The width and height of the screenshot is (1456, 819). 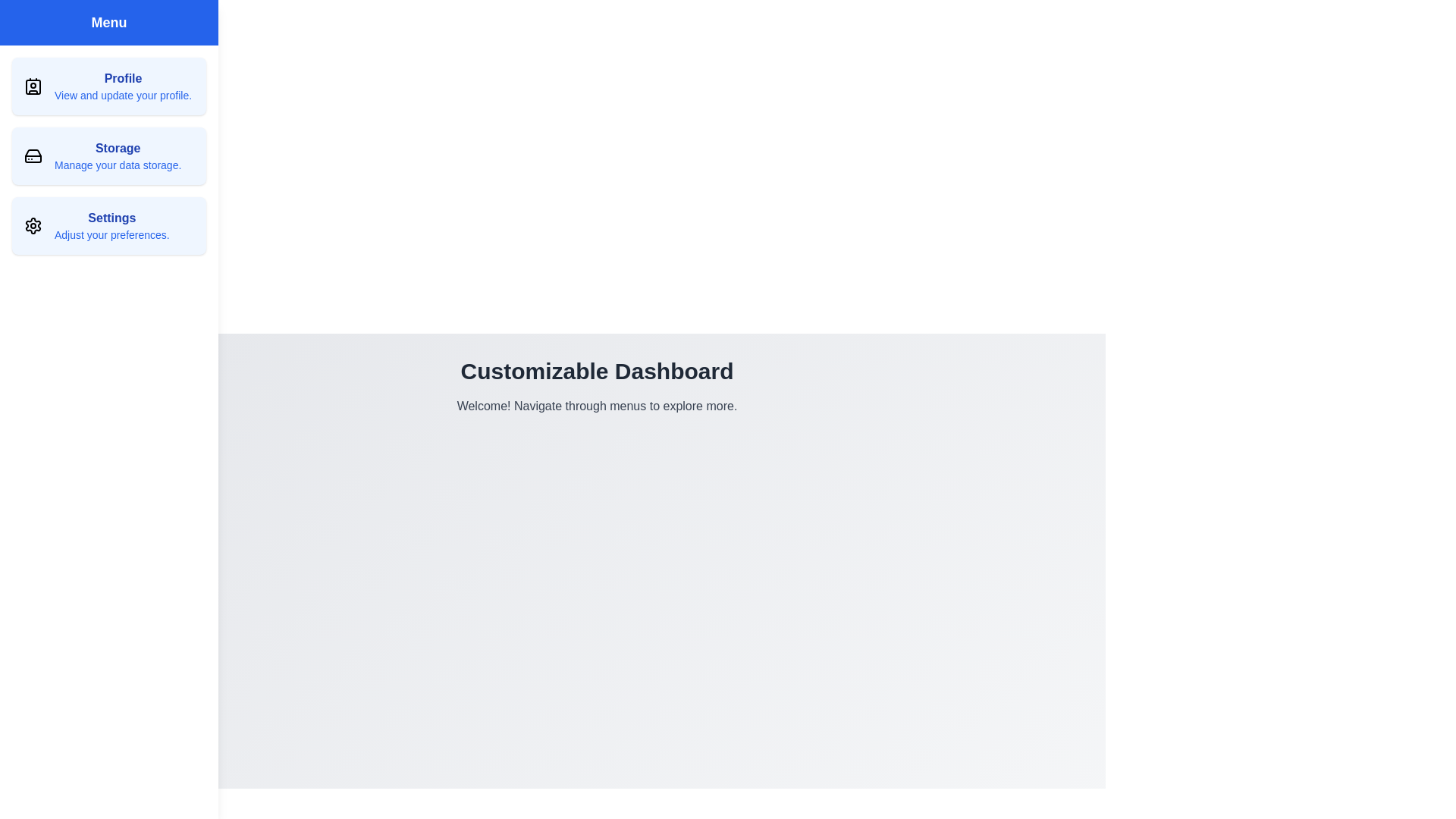 I want to click on the menu item Settings, so click(x=108, y=225).